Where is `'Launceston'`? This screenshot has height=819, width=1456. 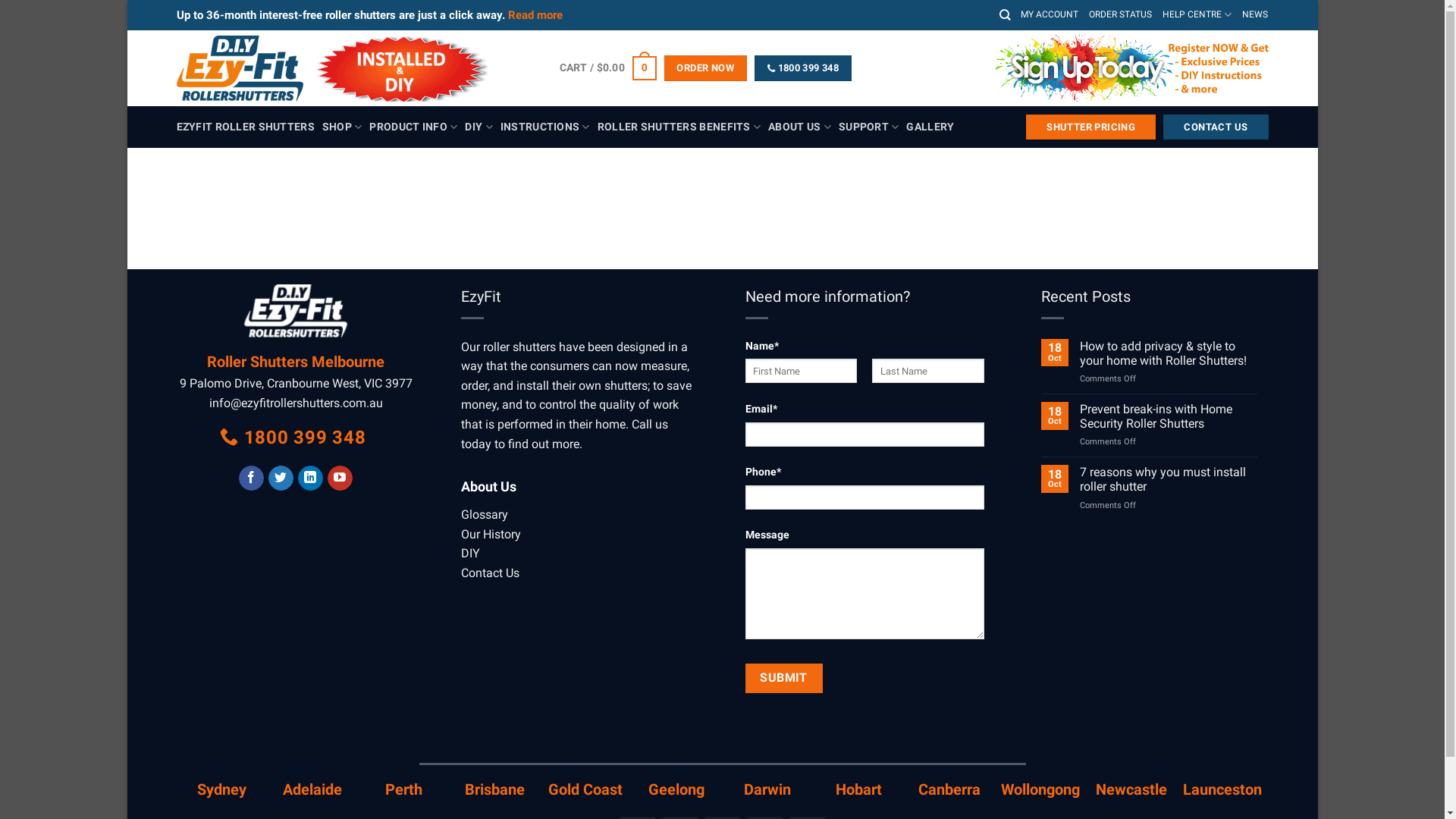
'Launceston' is located at coordinates (1222, 789).